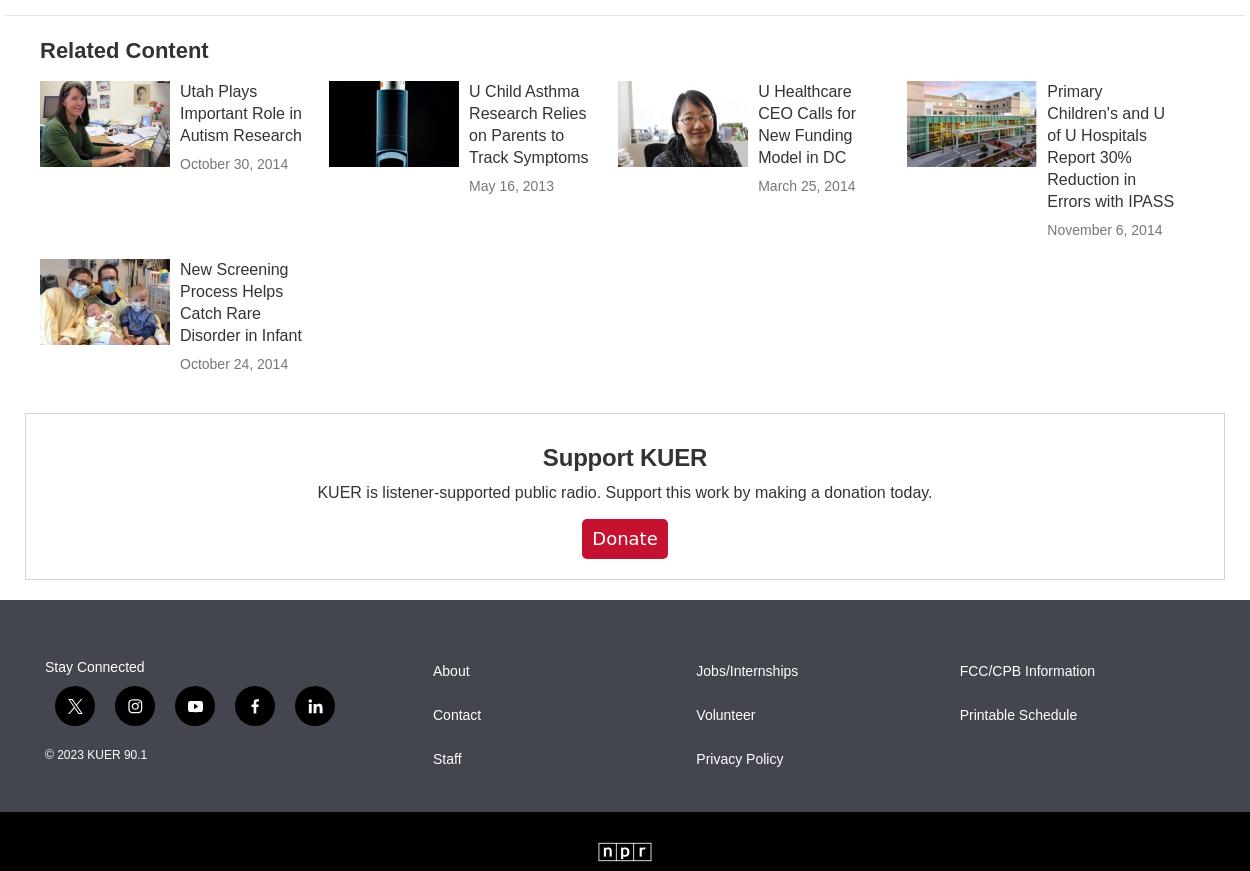 The width and height of the screenshot is (1250, 871). Describe the element at coordinates (445, 802) in the screenshot. I see `'Staff'` at that location.